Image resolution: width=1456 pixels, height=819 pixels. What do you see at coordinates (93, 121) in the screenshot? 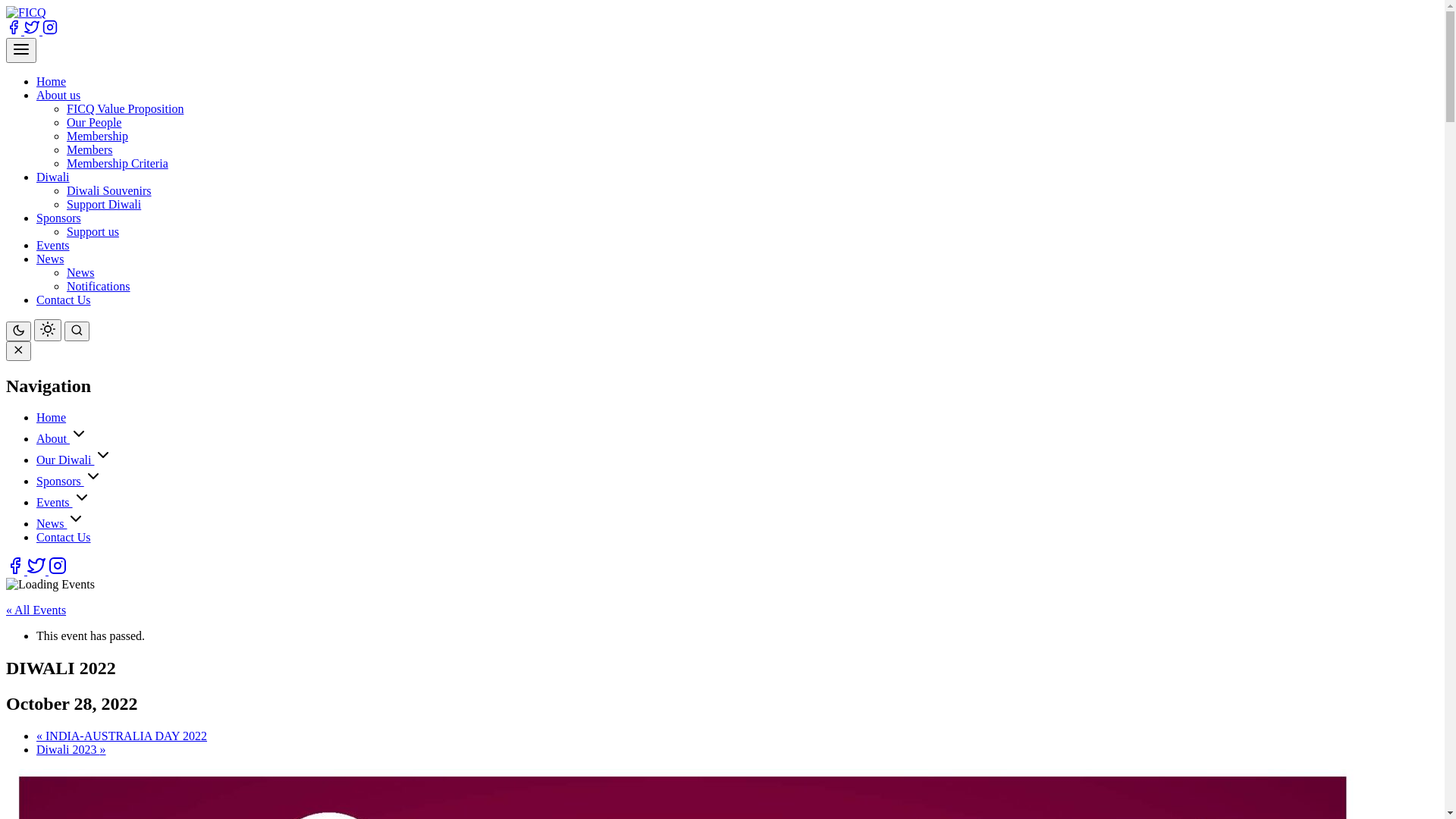
I see `'Our People'` at bounding box center [93, 121].